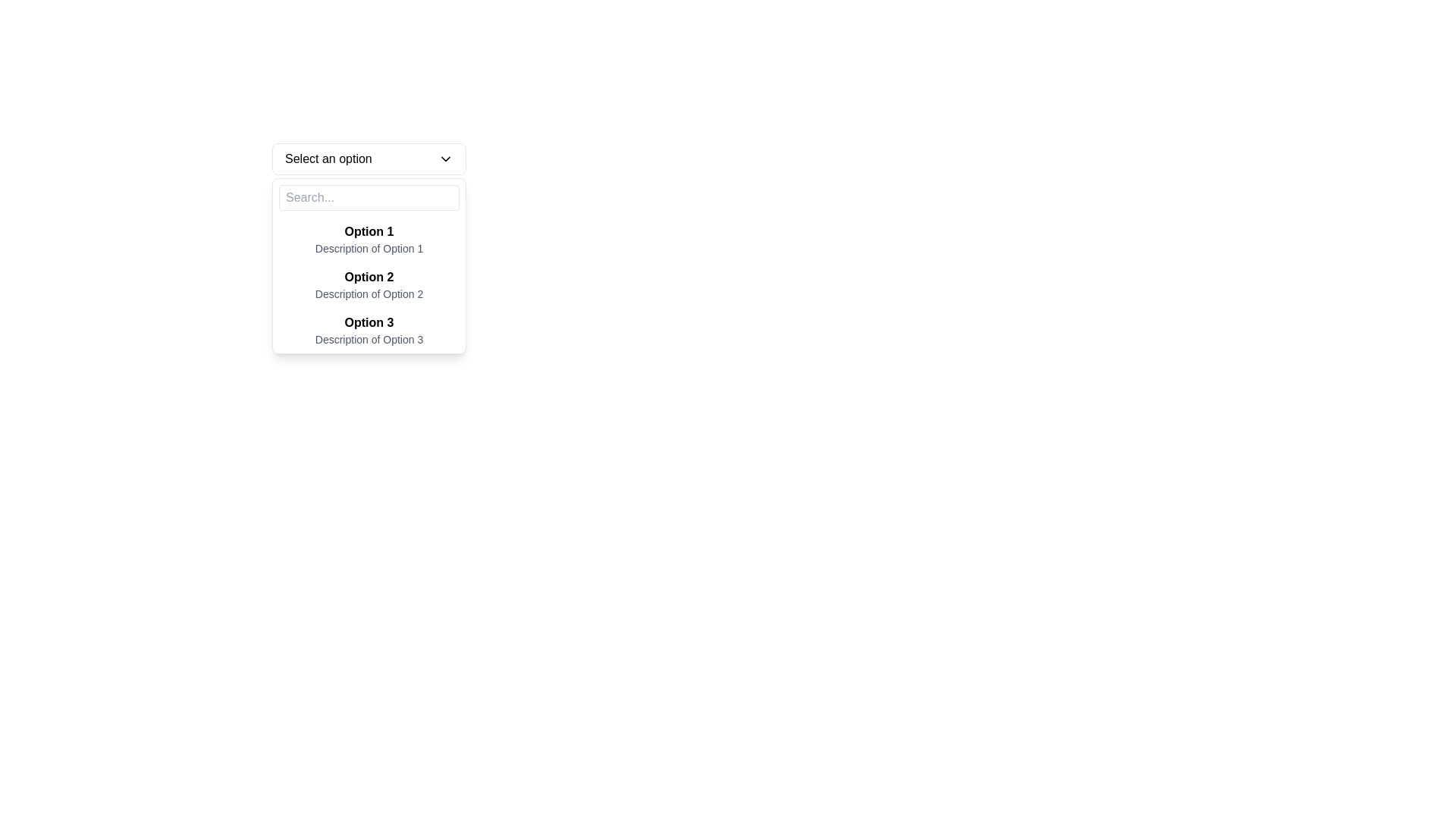  Describe the element at coordinates (369, 247) in the screenshot. I see `the Text Label providing additional descriptive information for 'Option 1' in the dropdown menu, positioned directly below it and aligned to the left` at that location.